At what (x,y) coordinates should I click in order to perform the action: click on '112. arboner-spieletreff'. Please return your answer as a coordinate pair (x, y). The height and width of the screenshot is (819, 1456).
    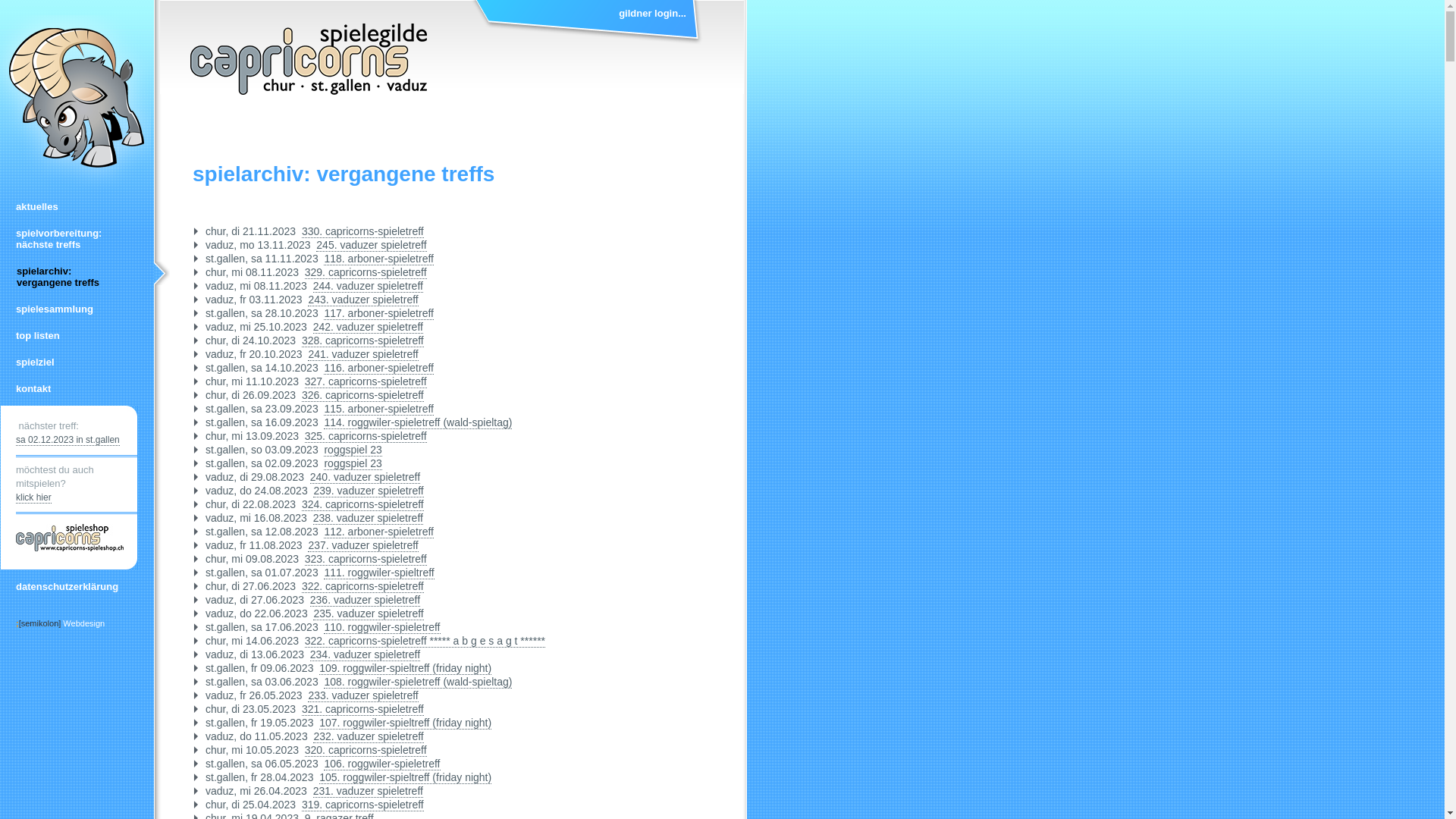
    Looking at the image, I should click on (378, 531).